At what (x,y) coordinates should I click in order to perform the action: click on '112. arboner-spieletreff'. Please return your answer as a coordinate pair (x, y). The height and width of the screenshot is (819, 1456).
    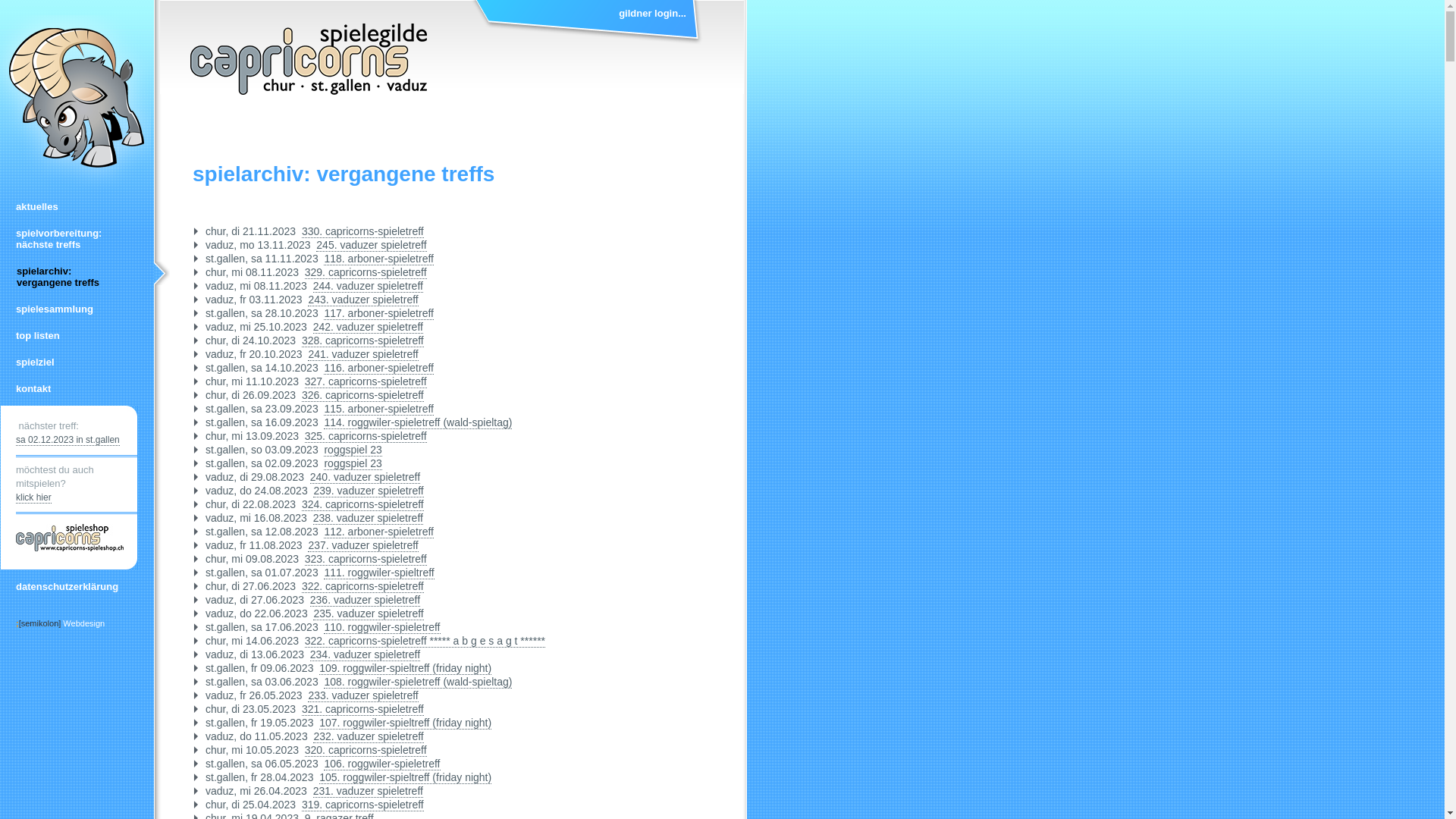
    Looking at the image, I should click on (378, 531).